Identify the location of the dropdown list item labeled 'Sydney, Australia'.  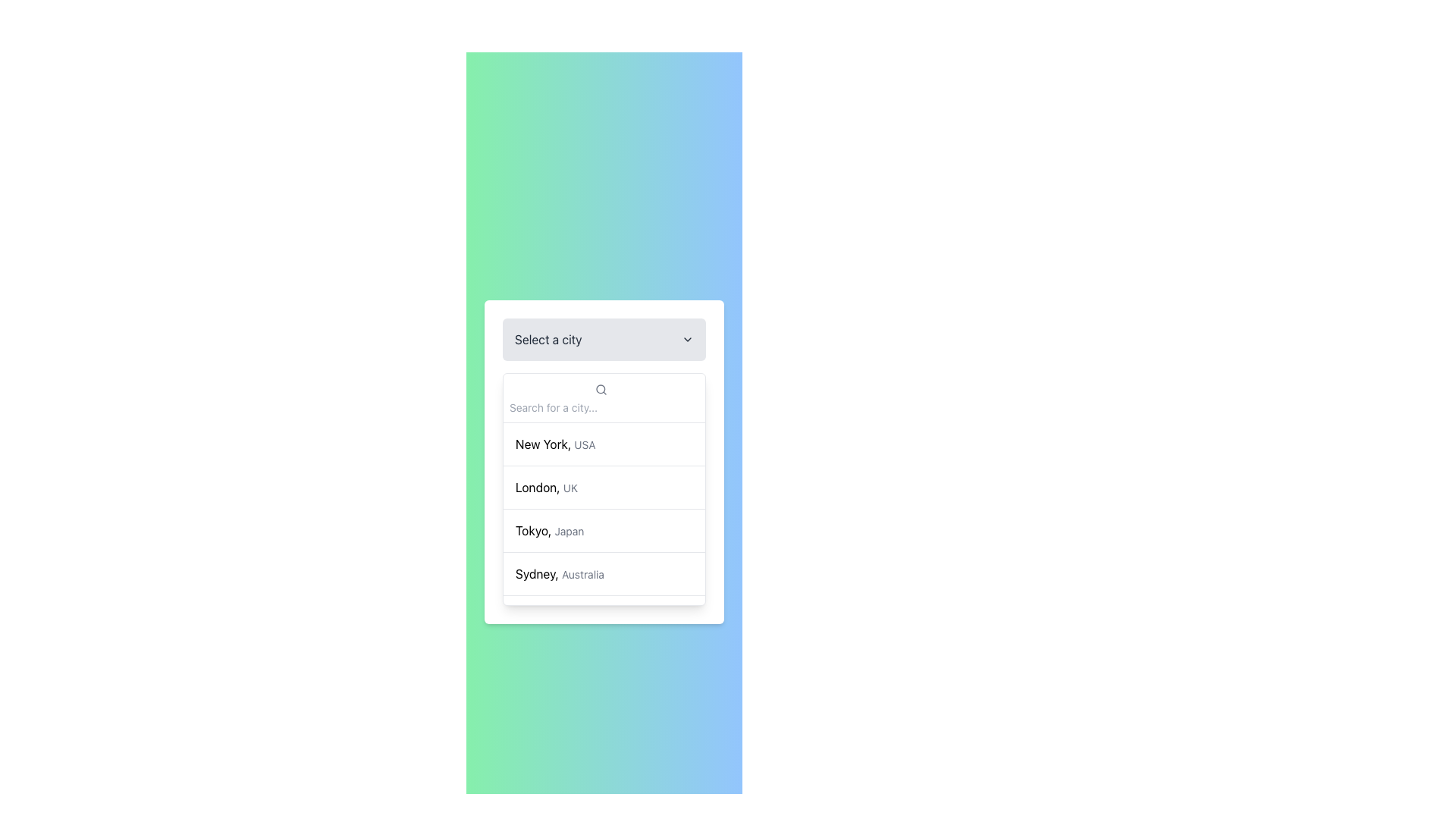
(559, 573).